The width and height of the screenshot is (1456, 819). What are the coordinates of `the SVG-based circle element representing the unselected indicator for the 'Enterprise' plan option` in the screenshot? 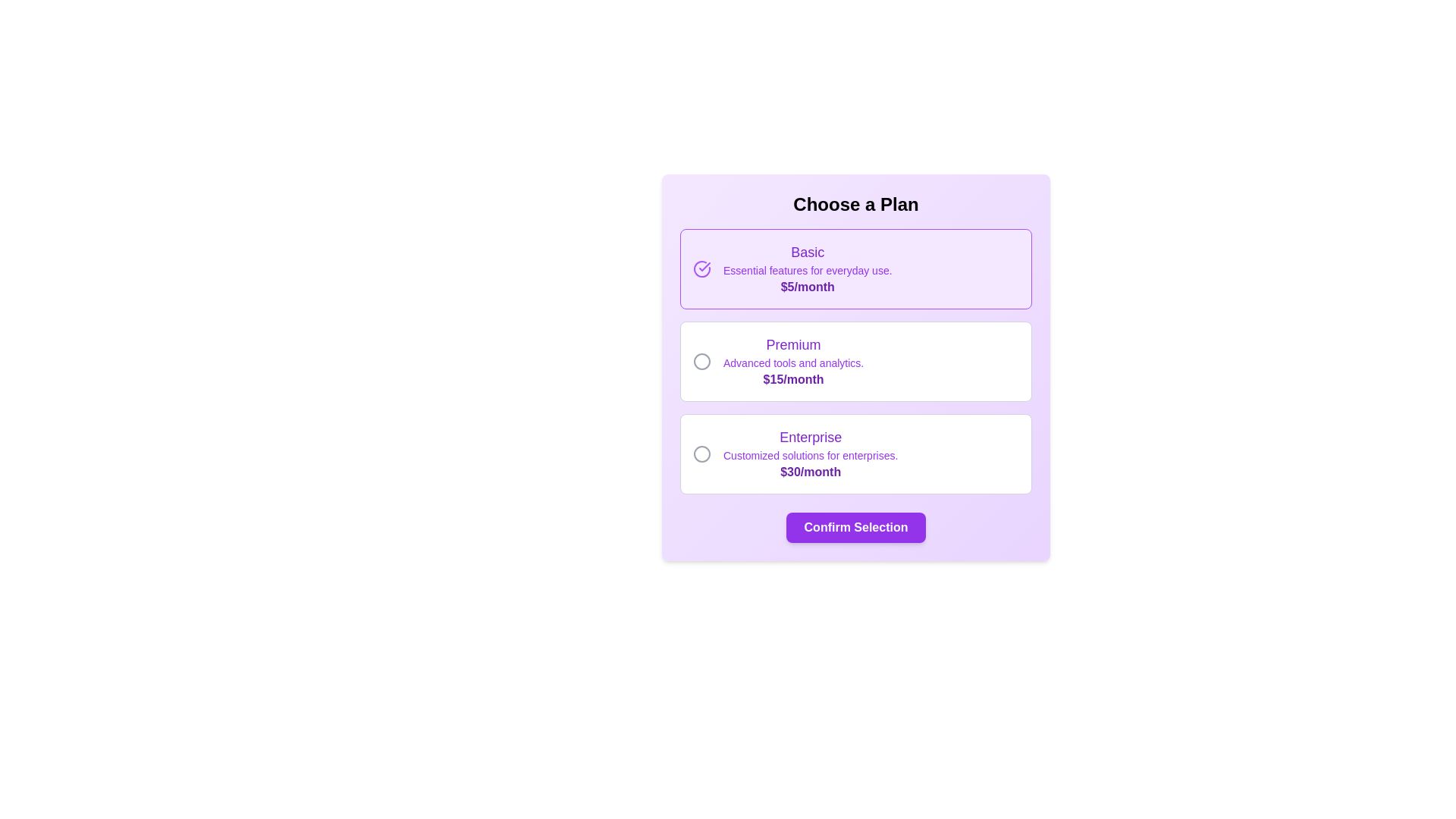 It's located at (701, 453).